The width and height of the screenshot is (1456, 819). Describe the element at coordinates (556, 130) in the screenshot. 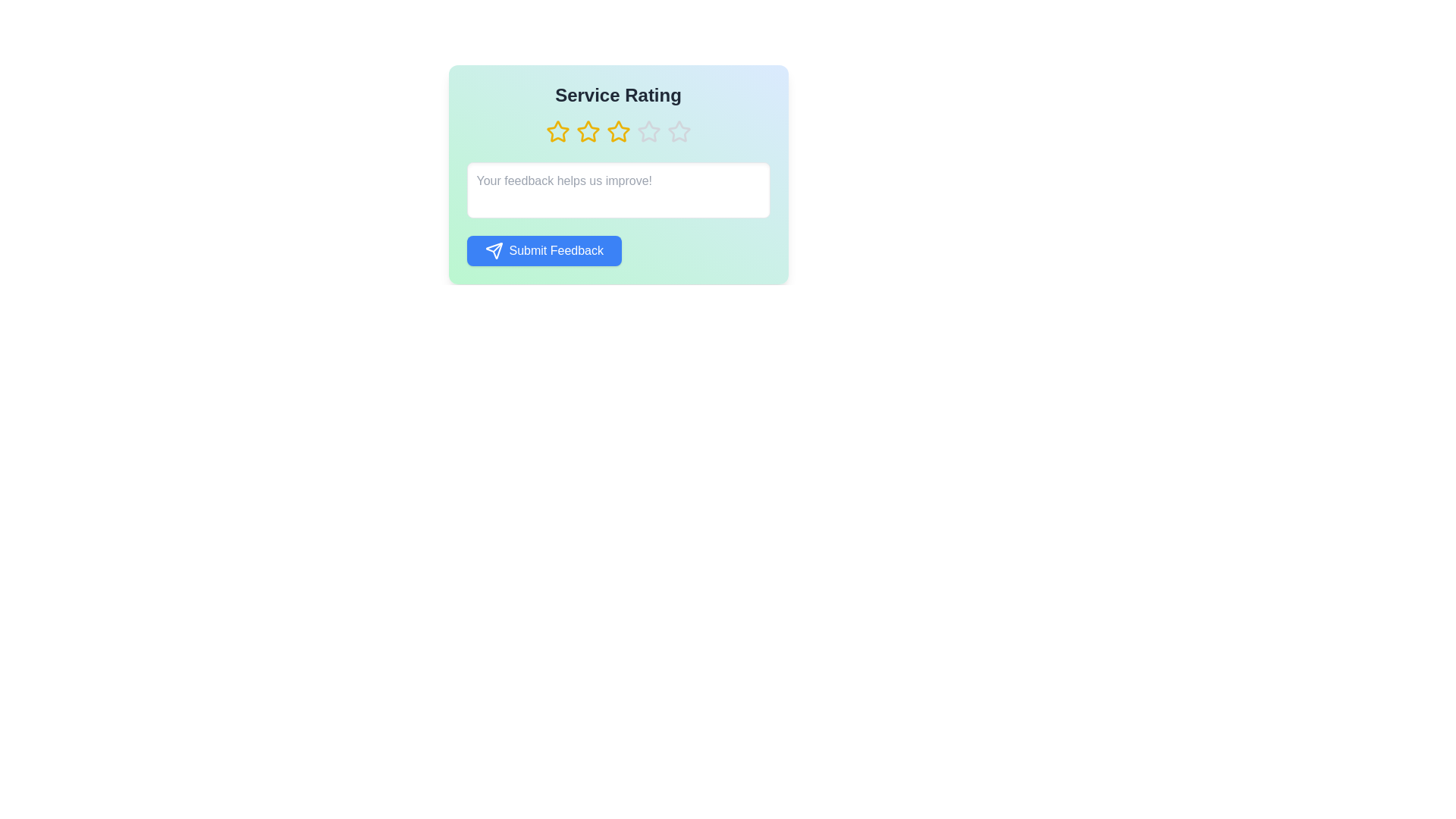

I see `the first star rating icon` at that location.